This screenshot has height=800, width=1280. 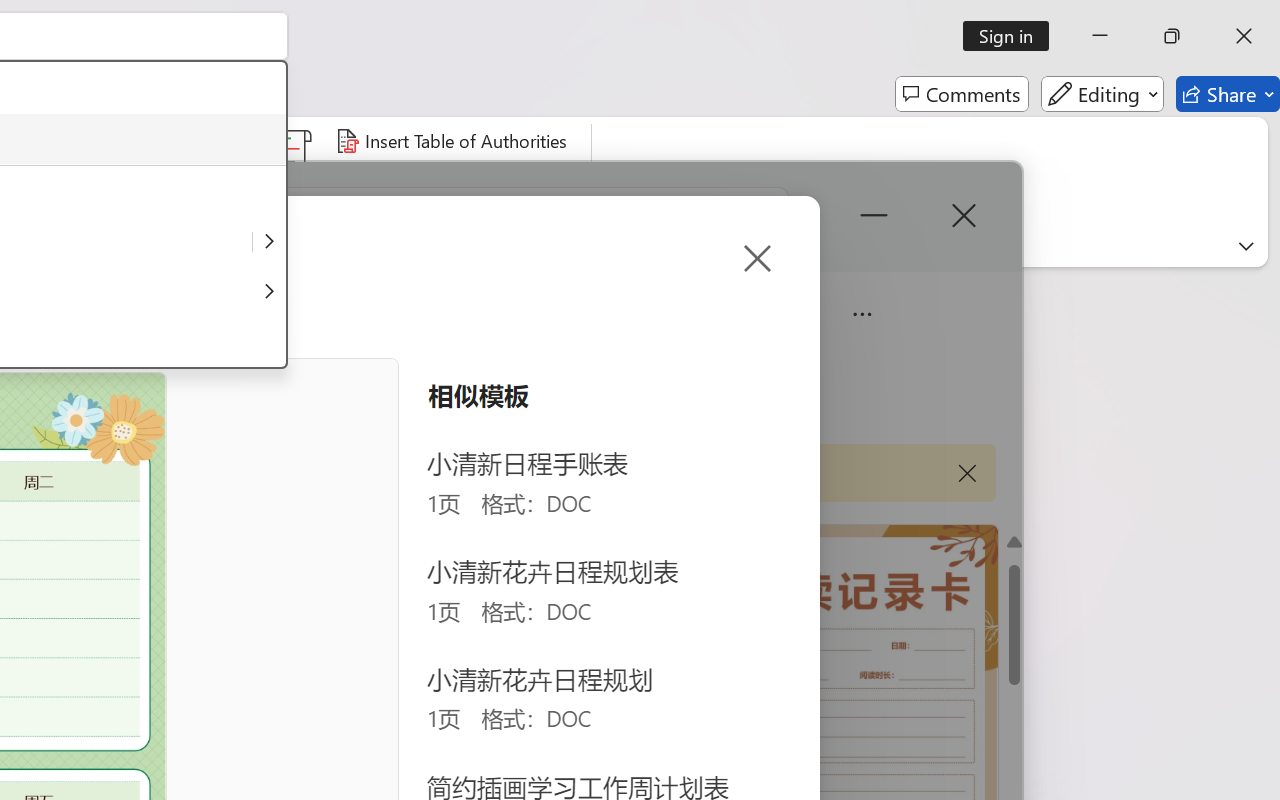 I want to click on 'Editing', so click(x=1101, y=94).